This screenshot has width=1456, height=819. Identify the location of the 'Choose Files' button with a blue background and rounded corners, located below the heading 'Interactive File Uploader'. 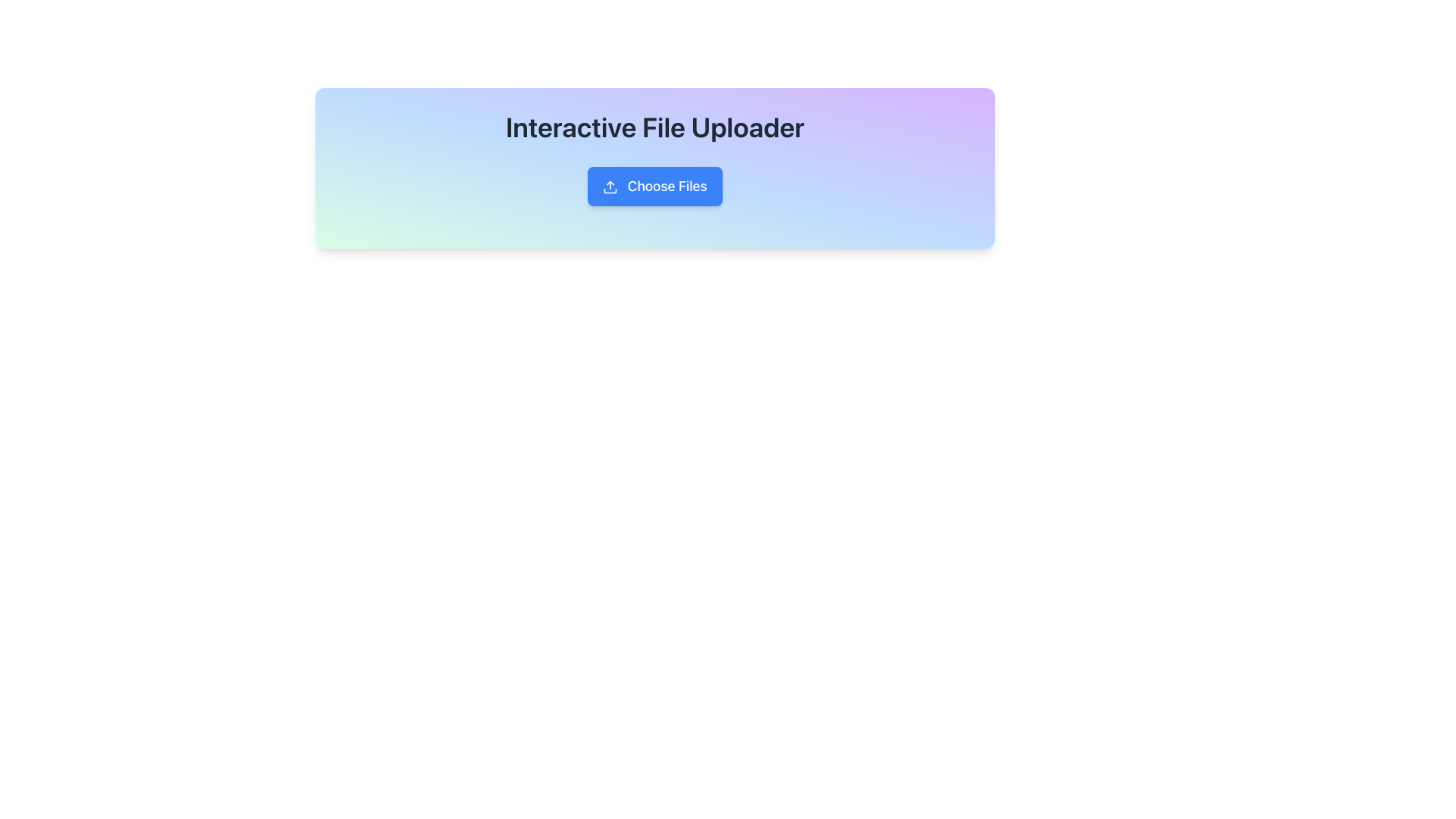
(655, 186).